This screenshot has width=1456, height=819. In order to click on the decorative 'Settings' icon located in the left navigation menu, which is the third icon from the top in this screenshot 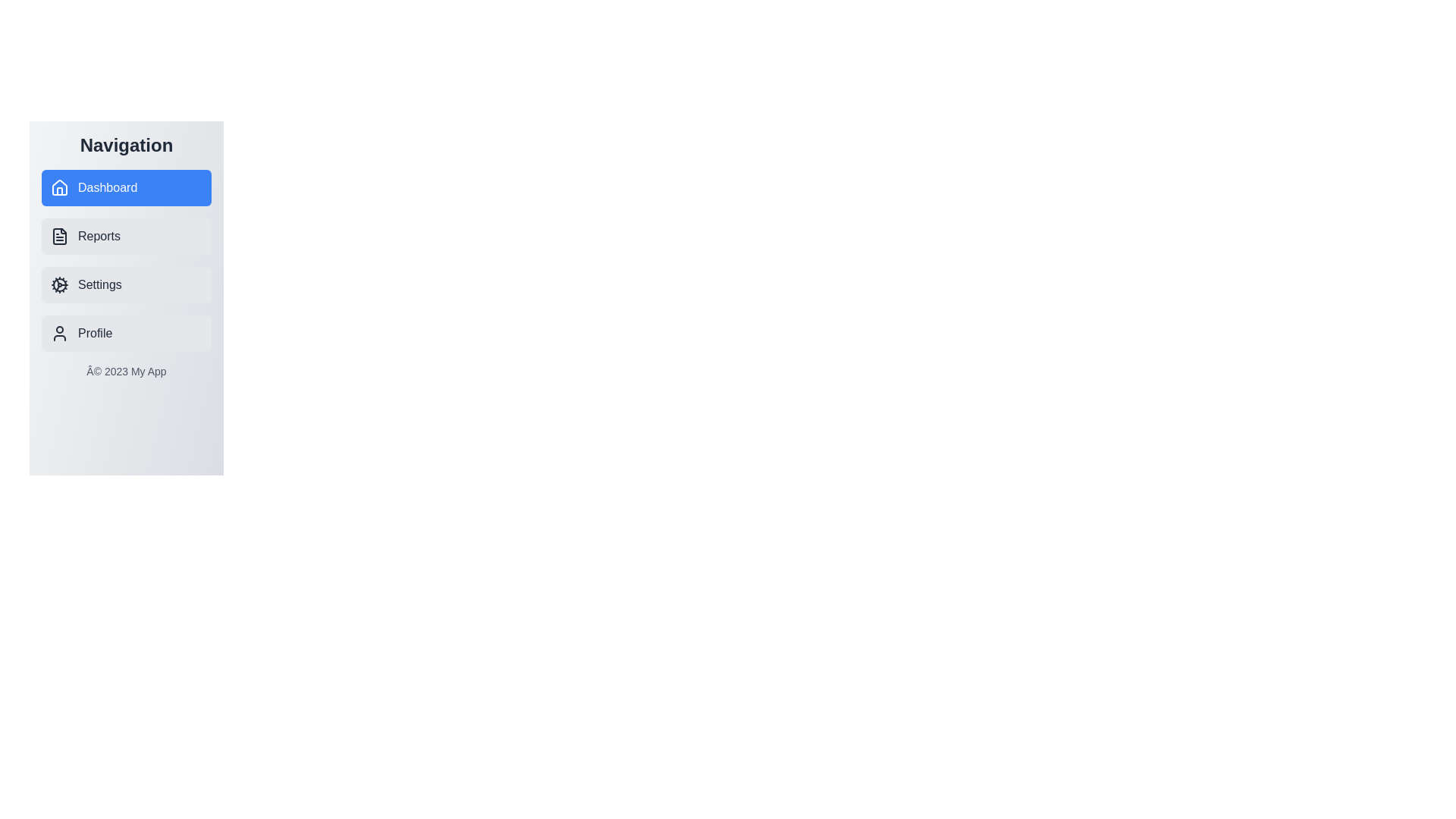, I will do `click(59, 284)`.